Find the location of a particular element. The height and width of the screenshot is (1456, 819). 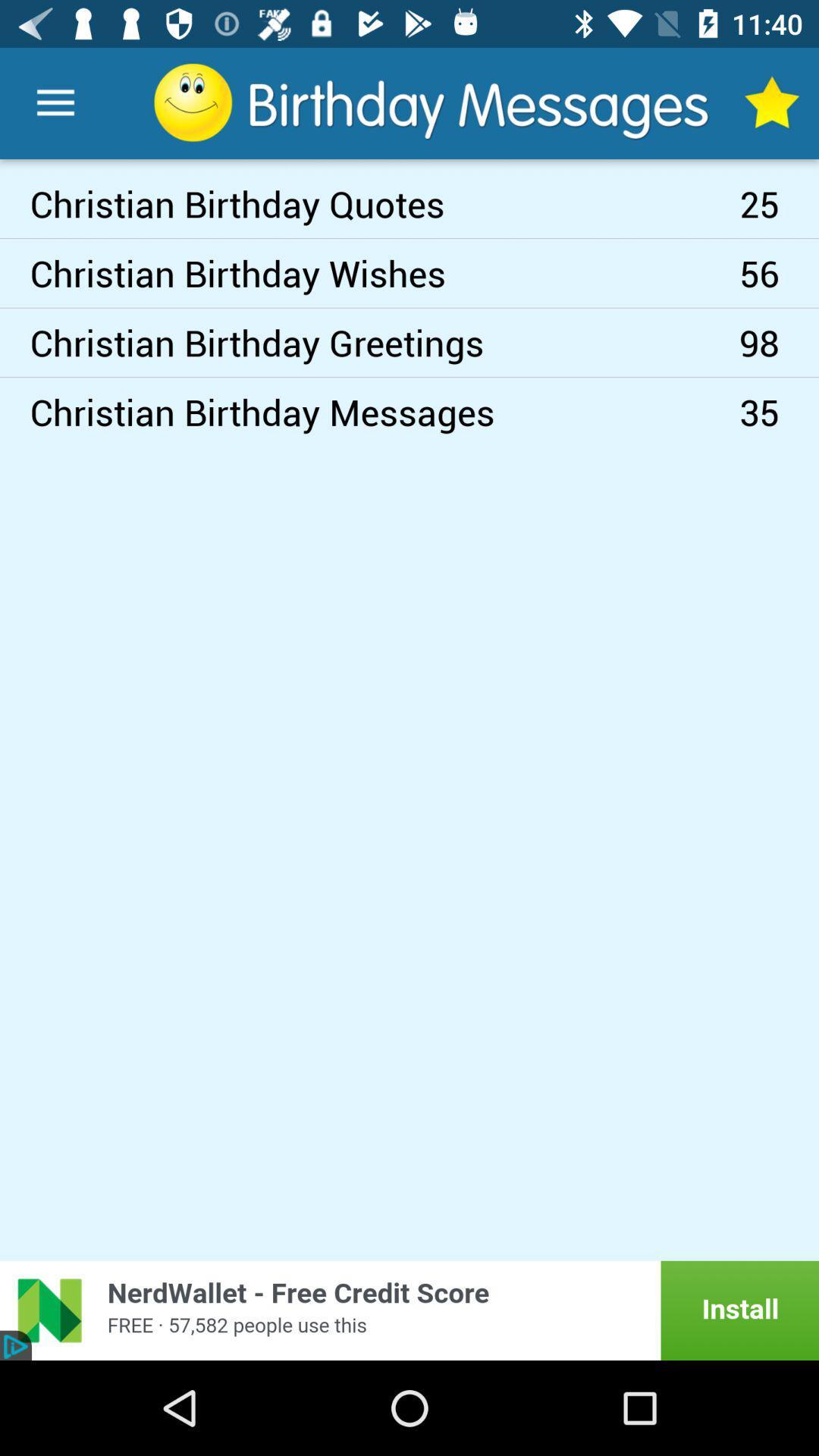

item above 35 is located at coordinates (779, 341).